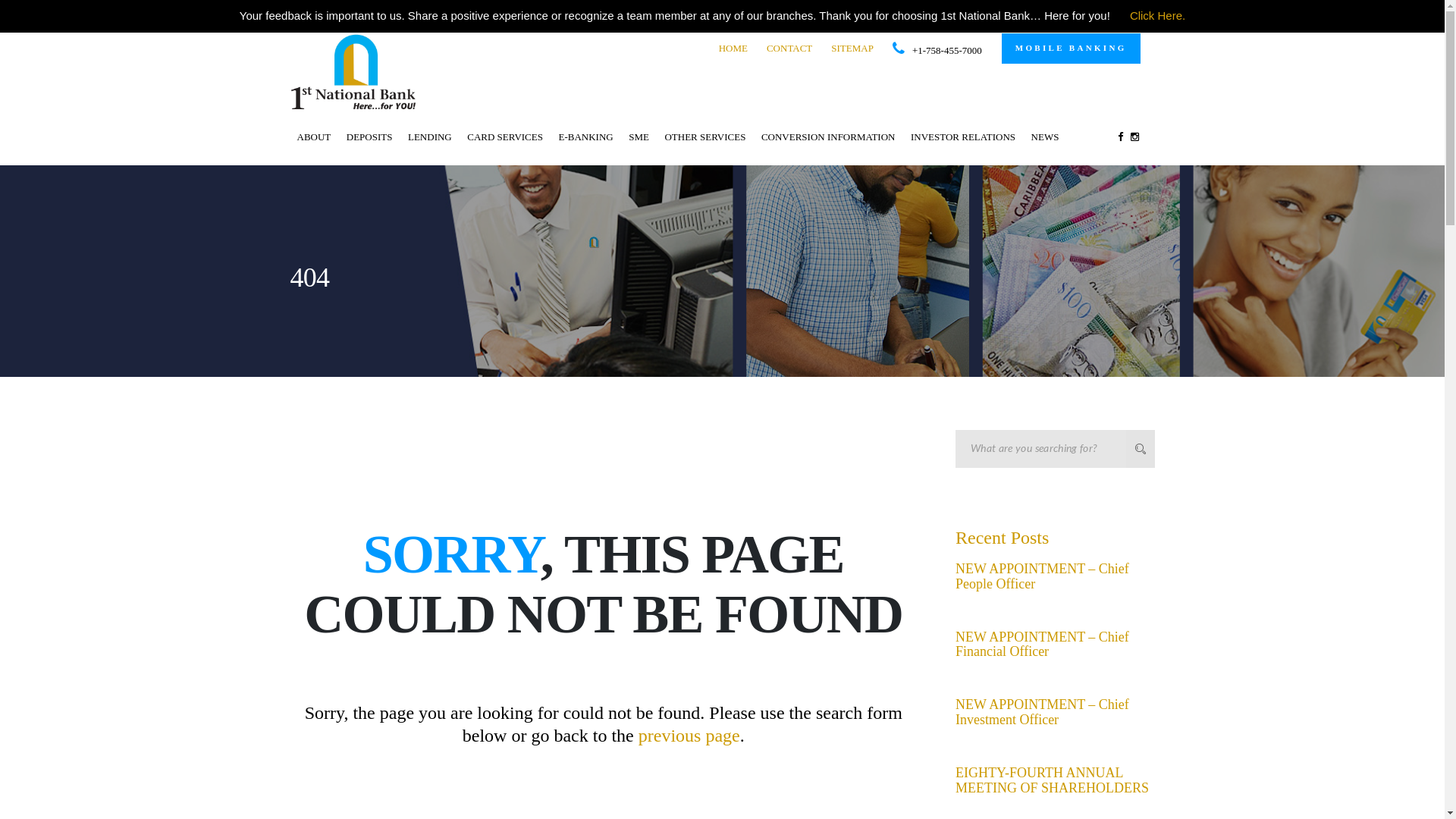 The image size is (1456, 819). Describe the element at coordinates (704, 136) in the screenshot. I see `'OTHER SERVICES'` at that location.